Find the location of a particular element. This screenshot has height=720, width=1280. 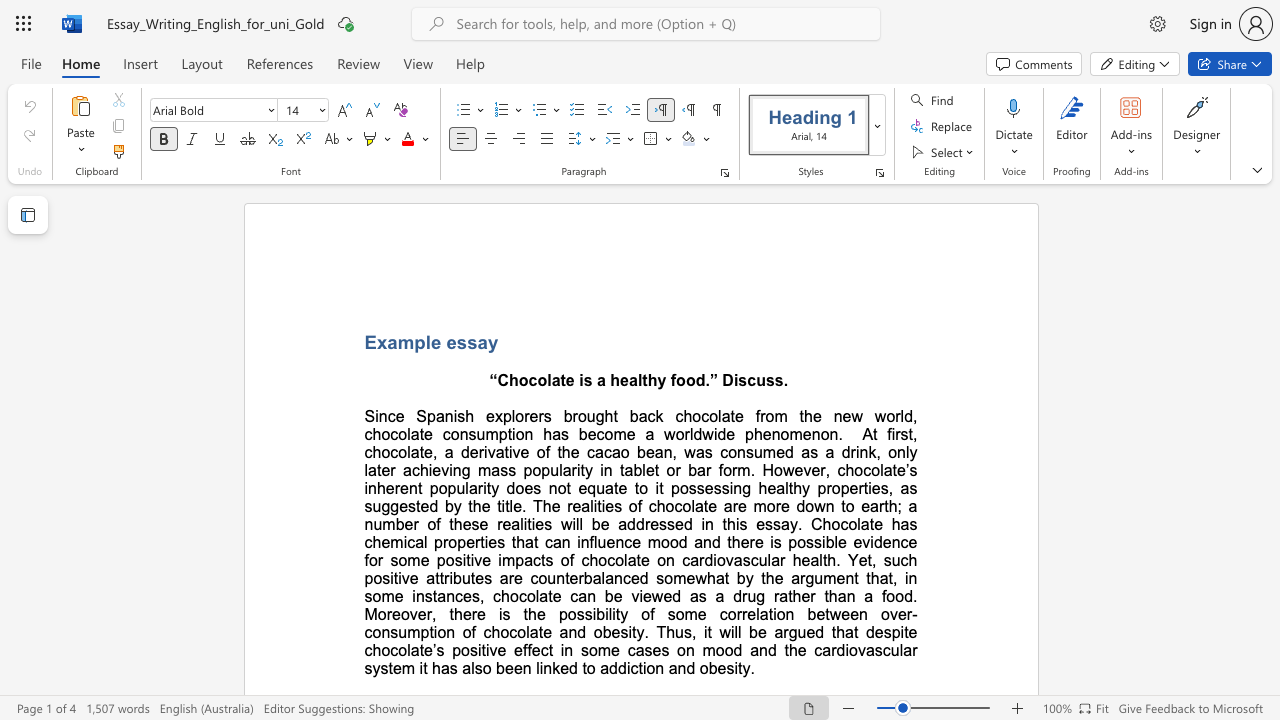

the subset text "what by" within the text "somewhat by" is located at coordinates (695, 578).